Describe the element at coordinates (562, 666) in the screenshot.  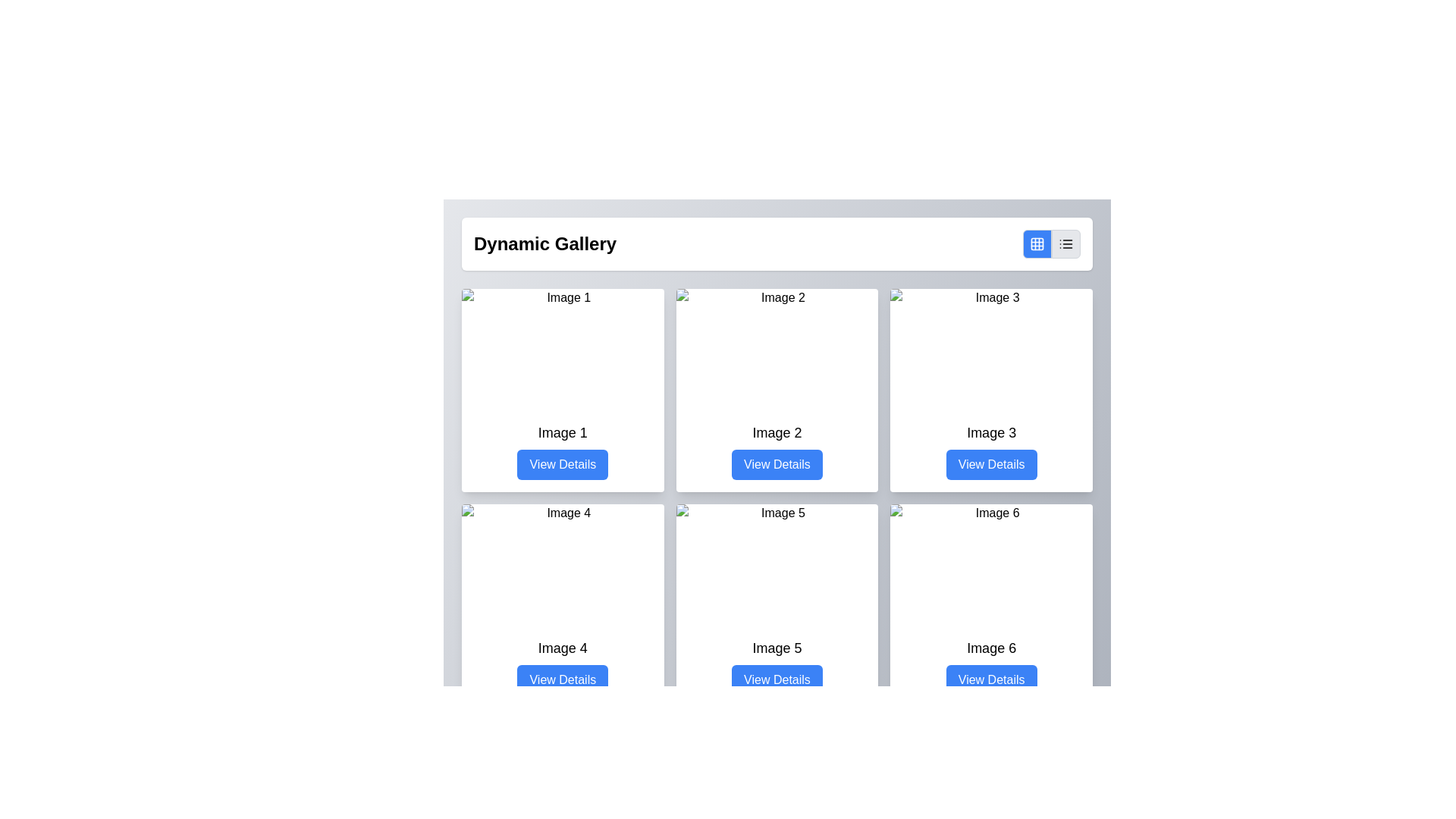
I see `the 'View Details' button located below the 'Image 4' text in the fourth tile of the grid layout` at that location.